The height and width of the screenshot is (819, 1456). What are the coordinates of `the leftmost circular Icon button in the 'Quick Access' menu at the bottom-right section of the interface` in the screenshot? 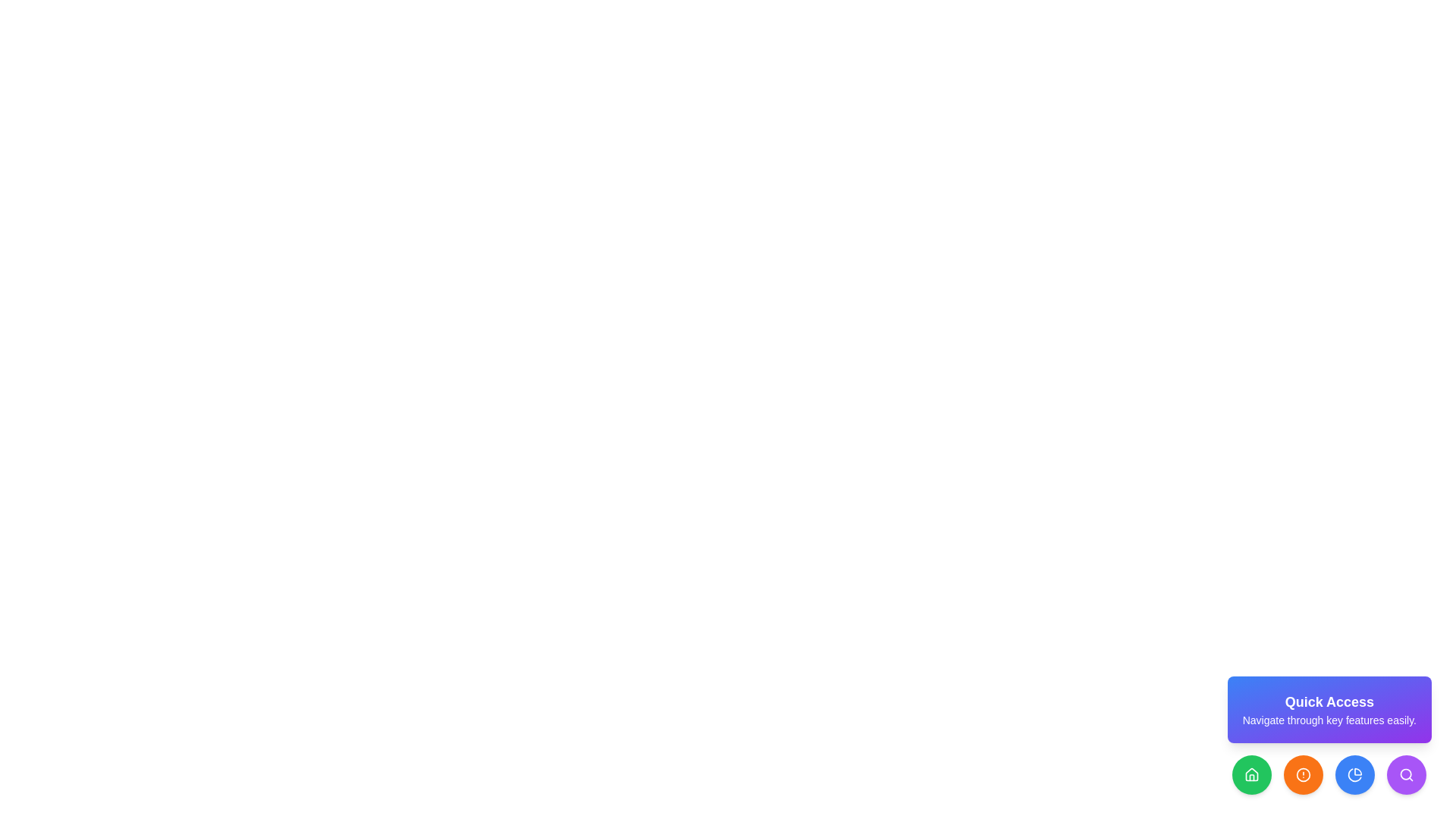 It's located at (1252, 775).